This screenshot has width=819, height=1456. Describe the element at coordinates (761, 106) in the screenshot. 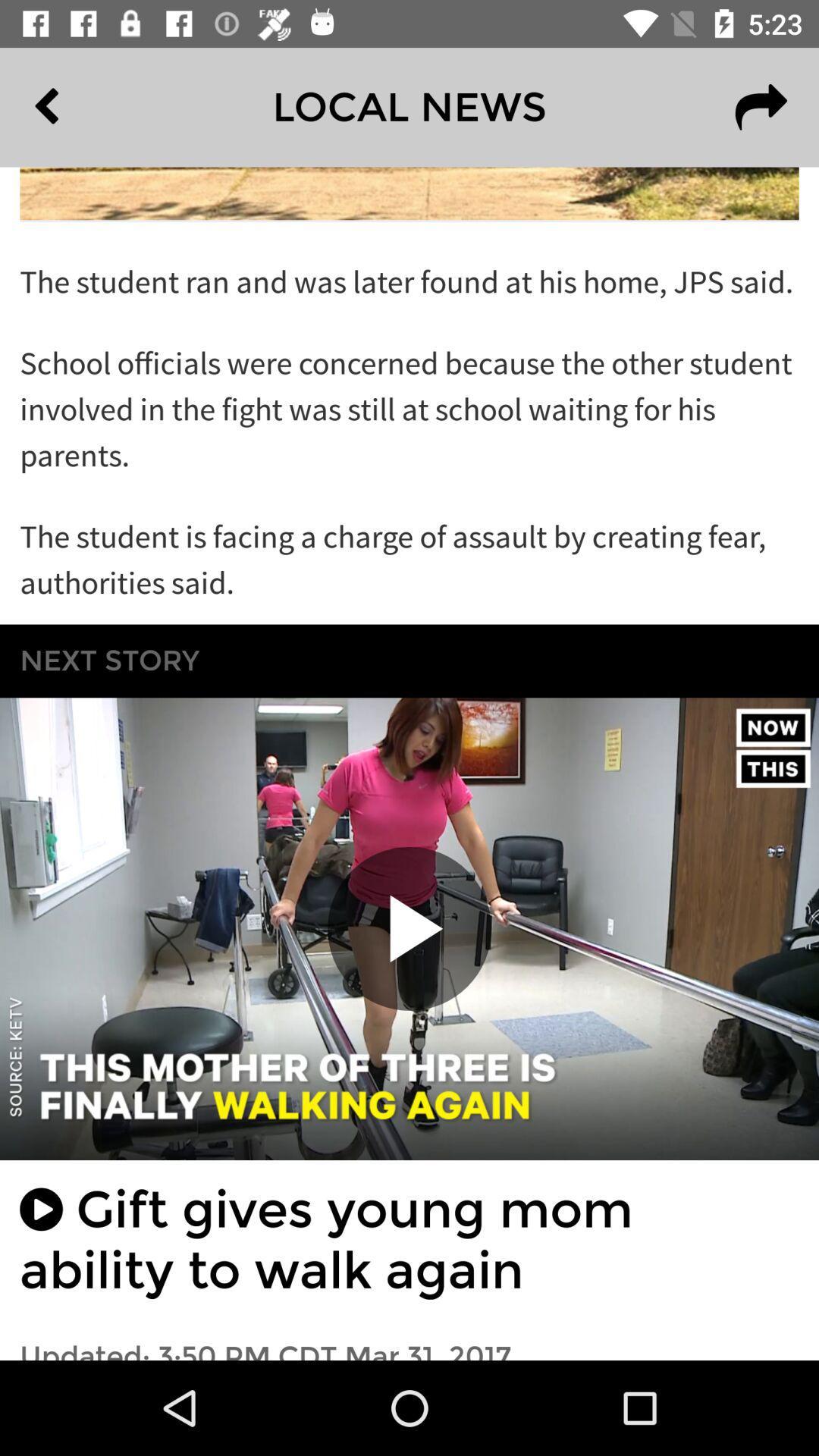

I see `the redo icon` at that location.